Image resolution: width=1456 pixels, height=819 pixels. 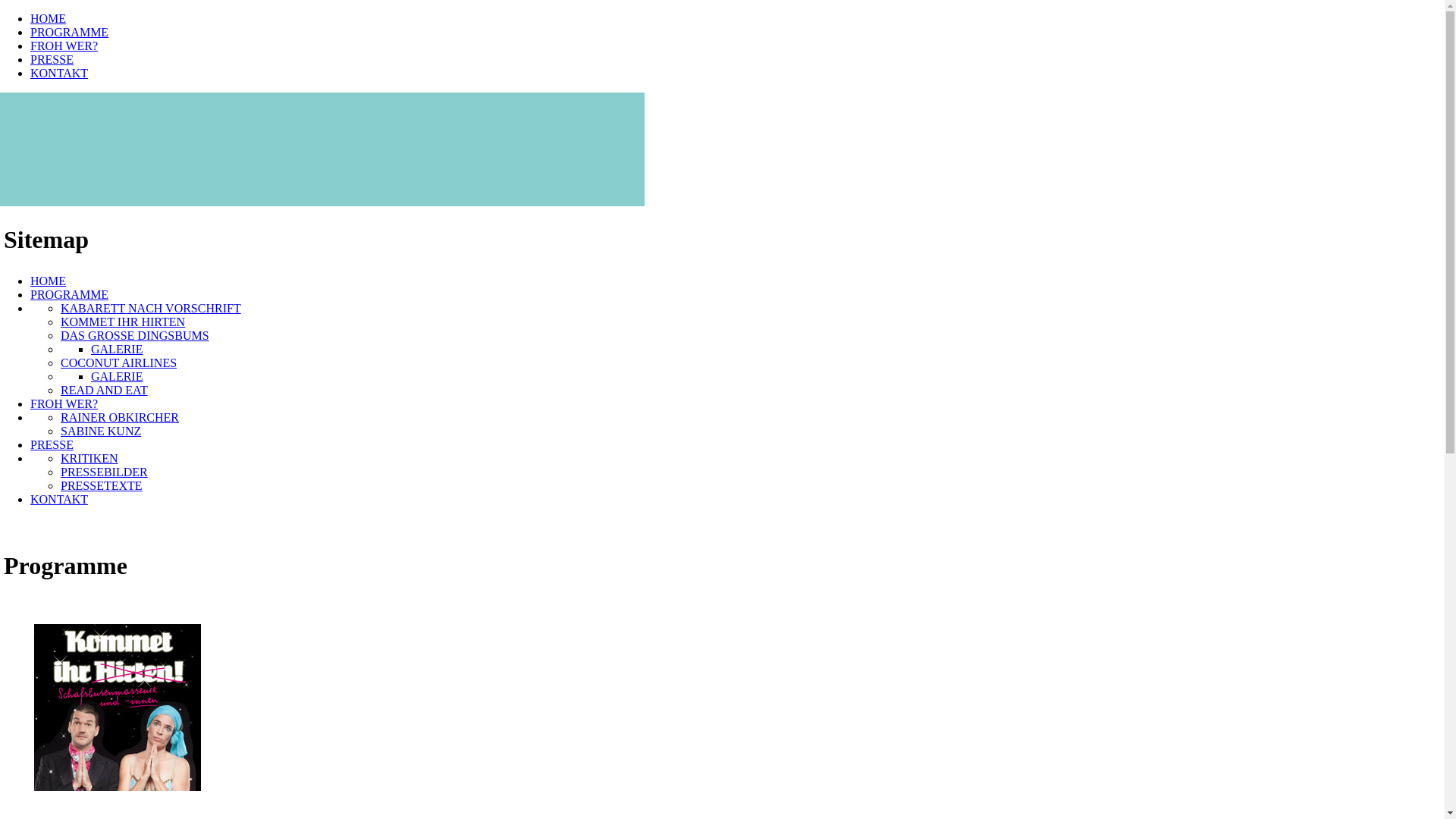 I want to click on 'KRITIKEN', so click(x=89, y=457).